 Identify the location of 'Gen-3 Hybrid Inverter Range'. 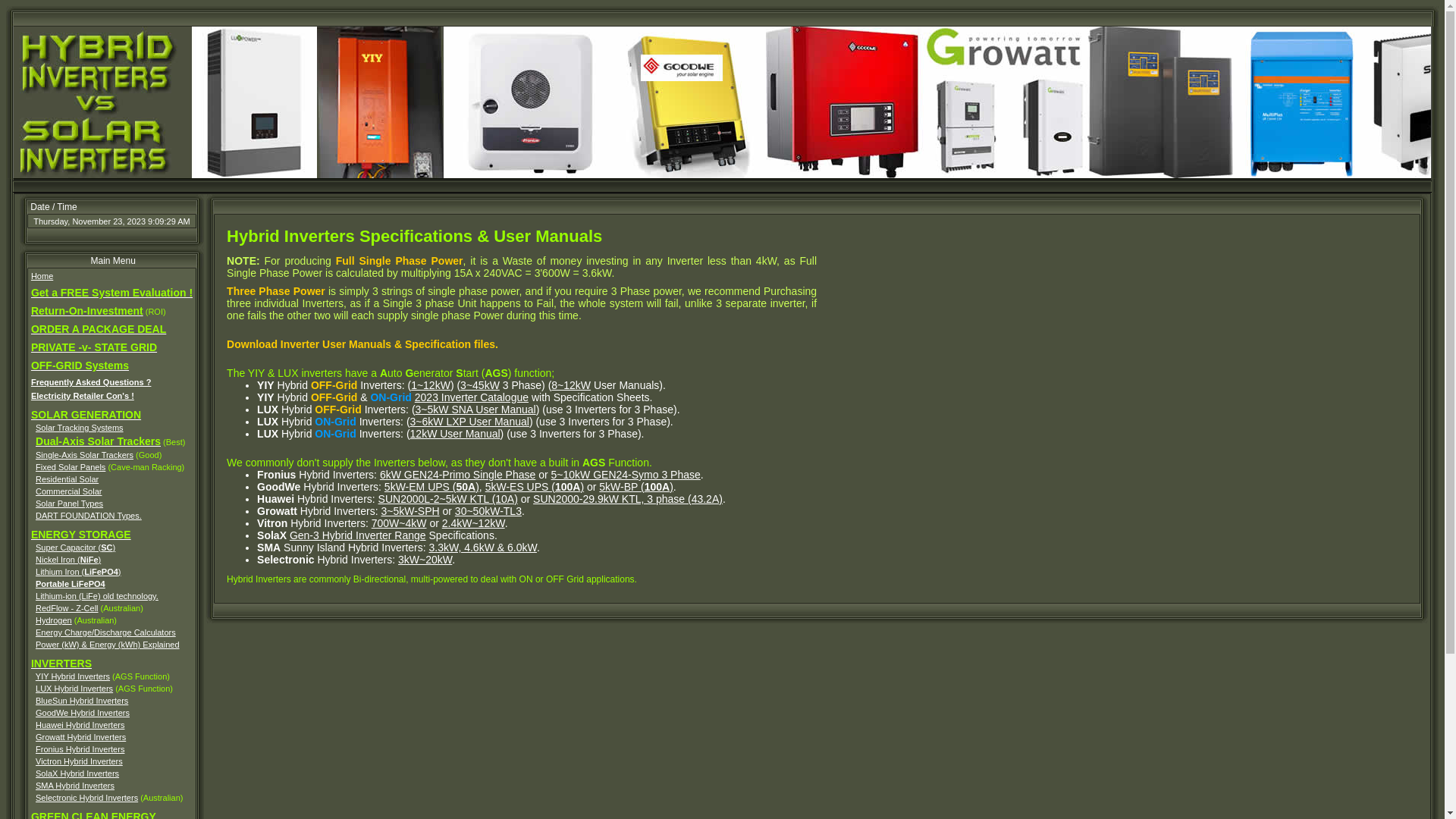
(356, 534).